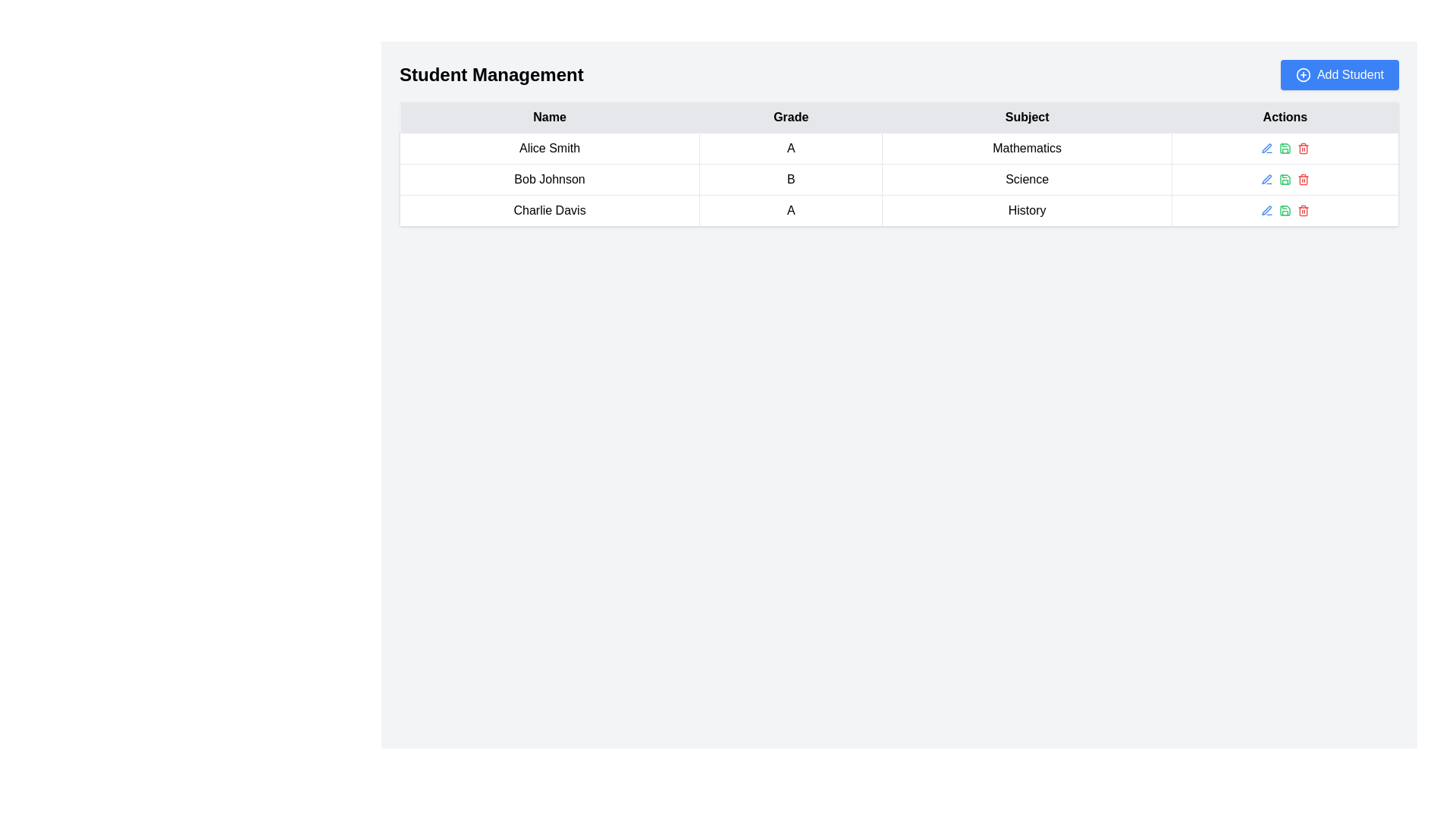  What do you see at coordinates (1302, 210) in the screenshot?
I see `the delete button in the 'Actions' column for the row corresponding to 'Charlie Davis'` at bounding box center [1302, 210].